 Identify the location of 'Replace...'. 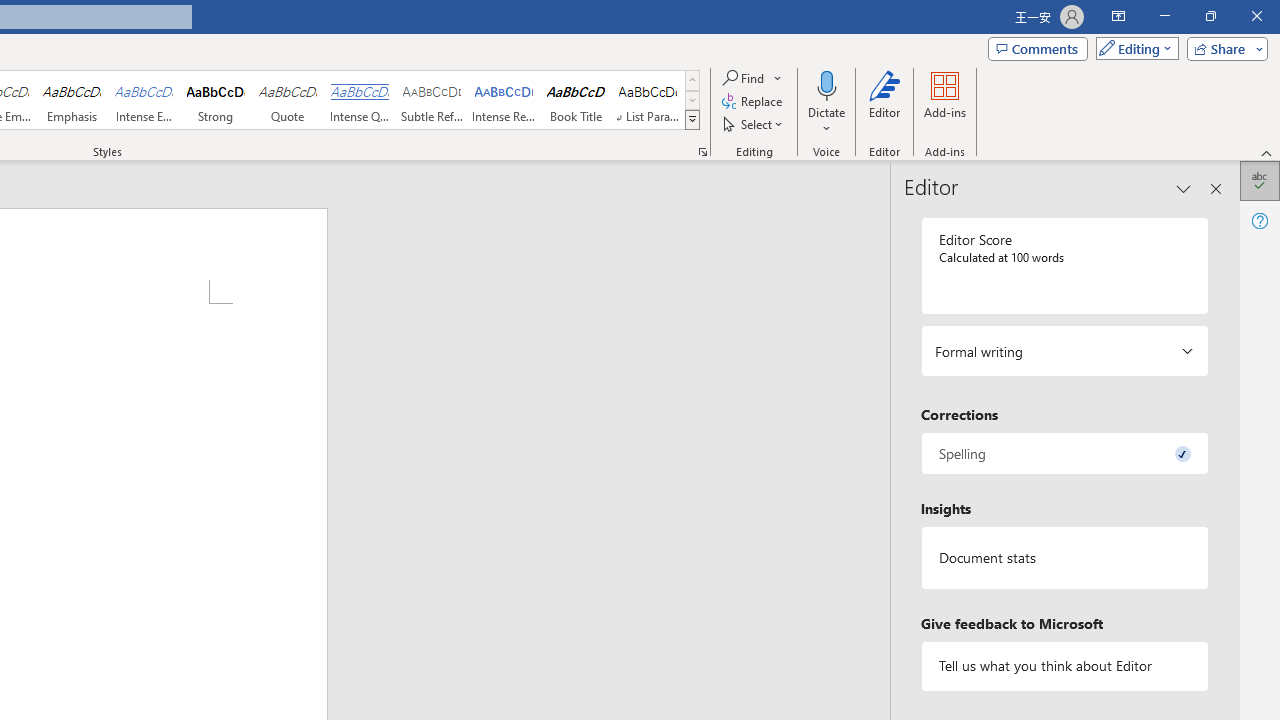
(752, 101).